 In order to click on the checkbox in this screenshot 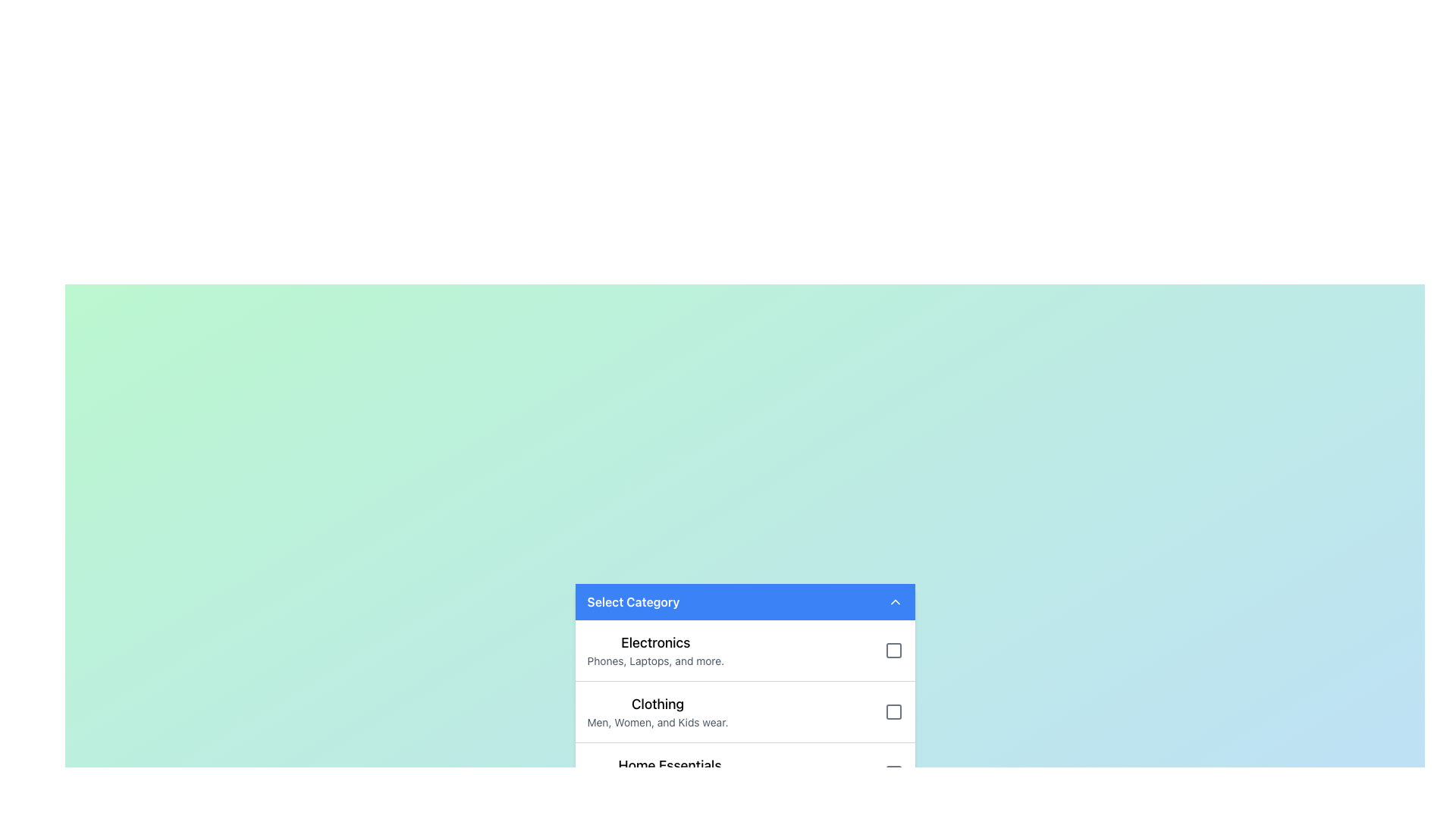, I will do `click(745, 711)`.